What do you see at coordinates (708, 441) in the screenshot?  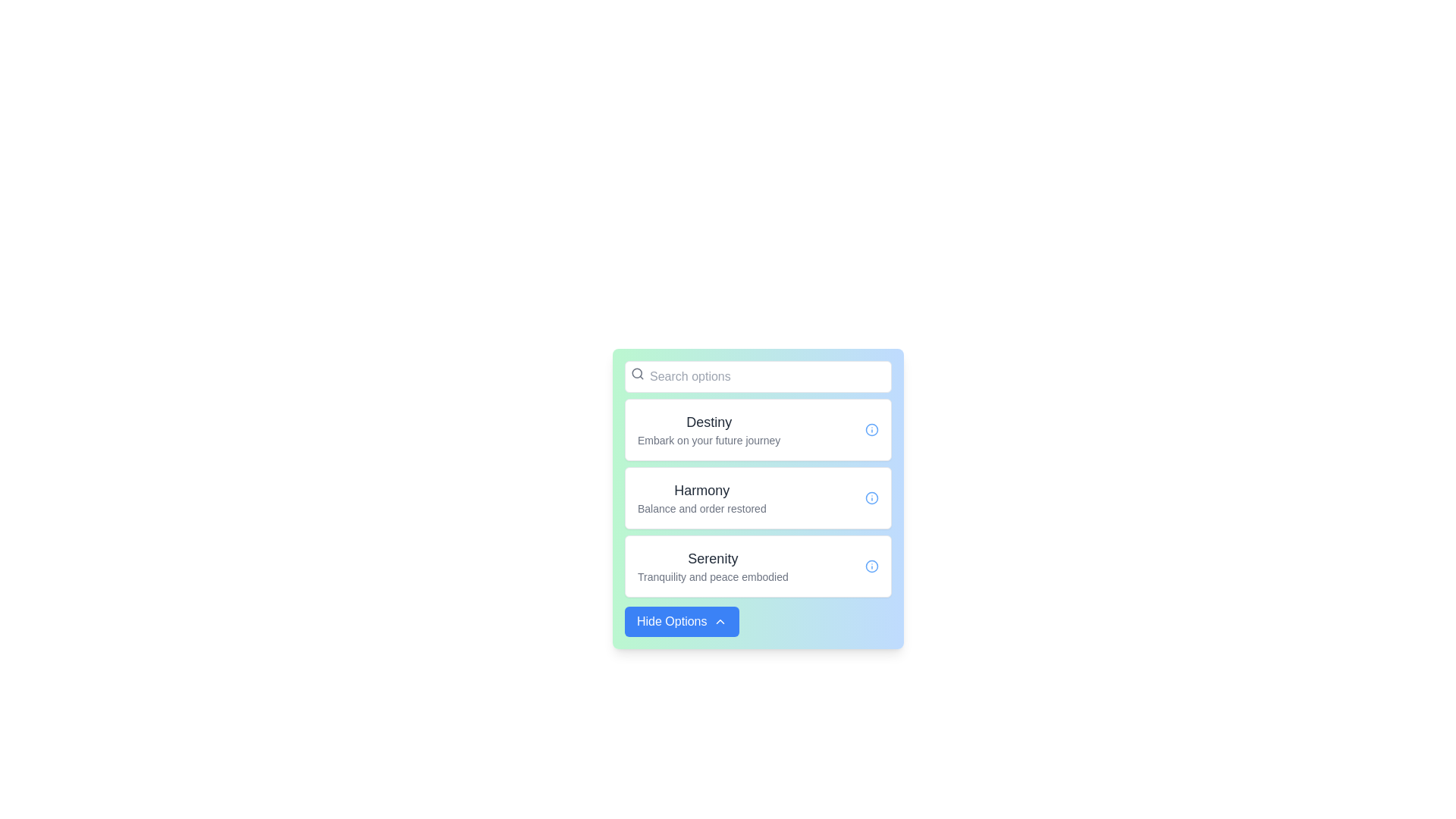 I see `the text label 'Embark on your future journey', which is styled in small, light-gray characters and located below the larger text 'Destiny'. This label is part of the topmost entry in a list of options` at bounding box center [708, 441].